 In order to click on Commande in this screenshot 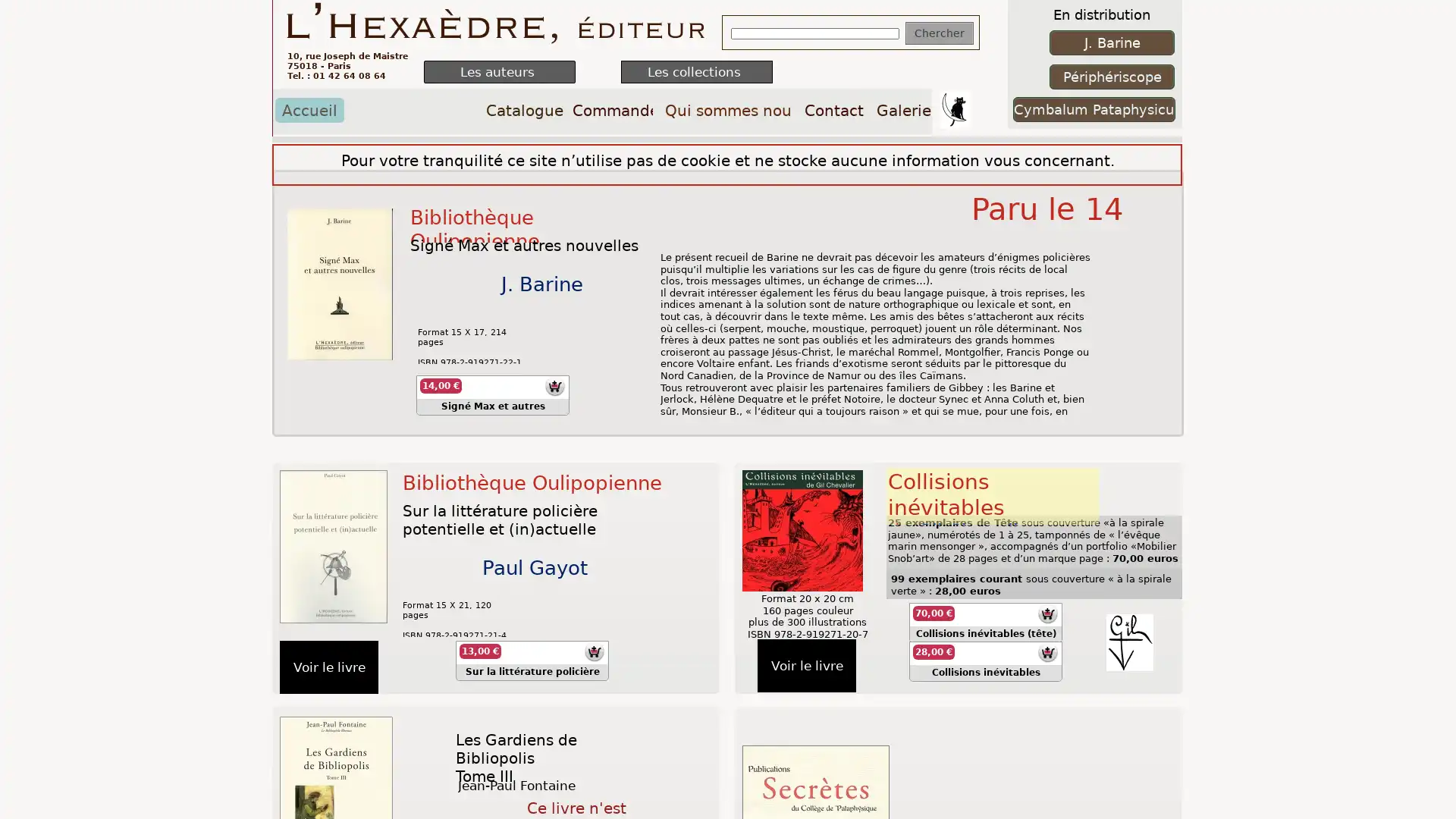, I will do `click(612, 109)`.